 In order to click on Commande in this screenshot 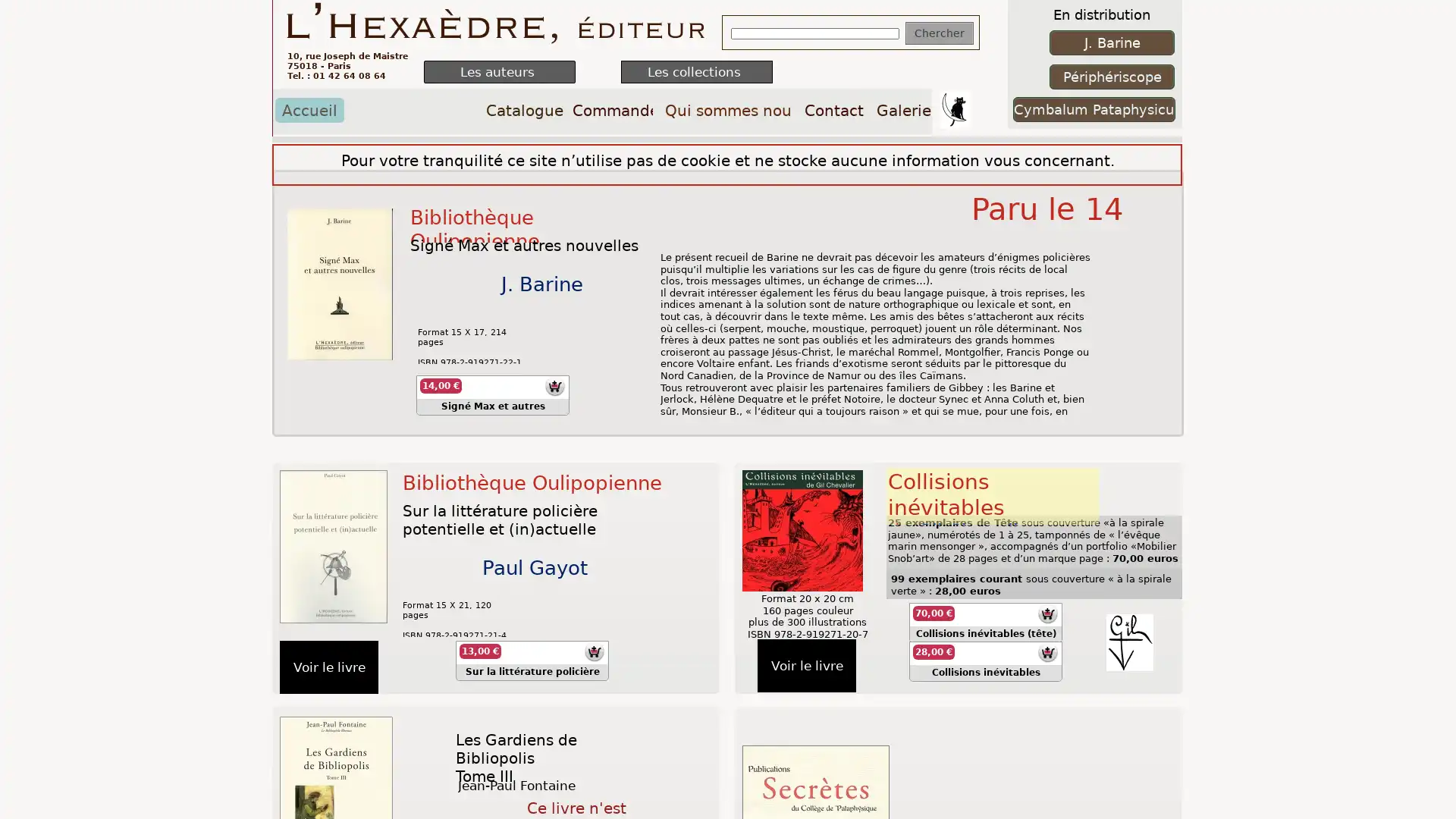, I will do `click(612, 109)`.